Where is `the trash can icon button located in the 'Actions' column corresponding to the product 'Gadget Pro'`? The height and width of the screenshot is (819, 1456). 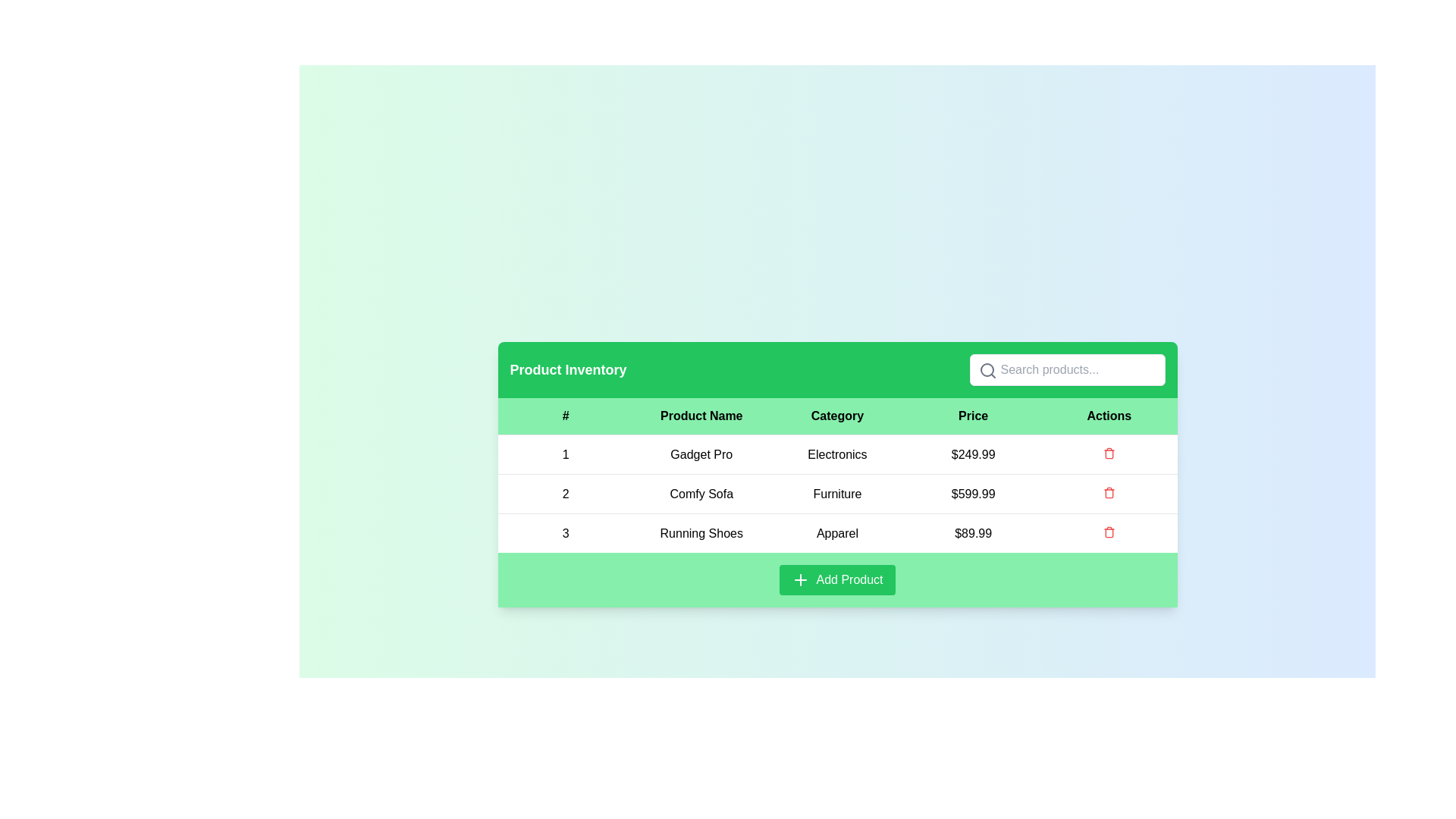 the trash can icon button located in the 'Actions' column corresponding to the product 'Gadget Pro' is located at coordinates (1109, 452).